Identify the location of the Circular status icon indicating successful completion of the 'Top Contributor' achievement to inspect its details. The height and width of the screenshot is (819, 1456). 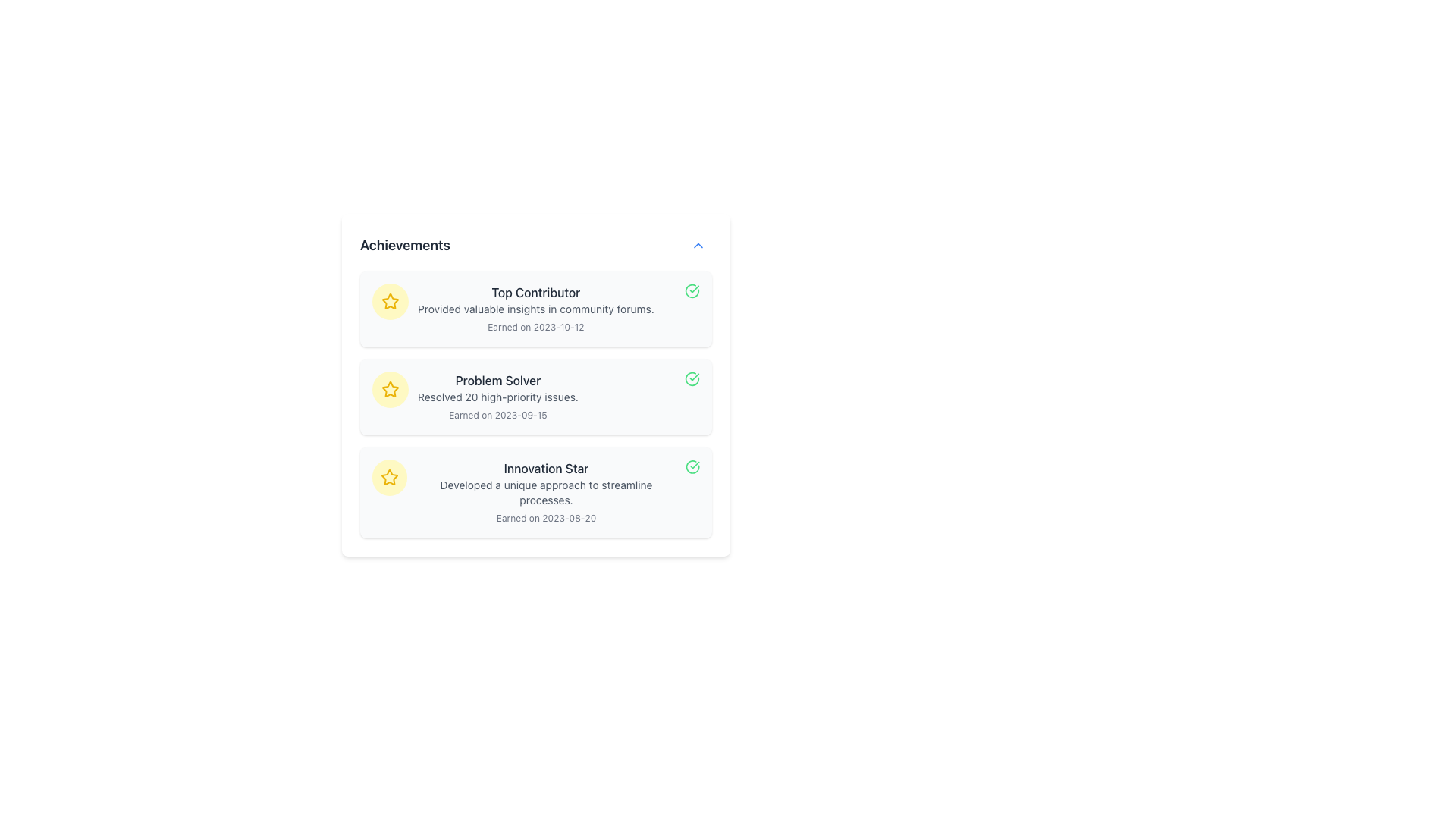
(691, 291).